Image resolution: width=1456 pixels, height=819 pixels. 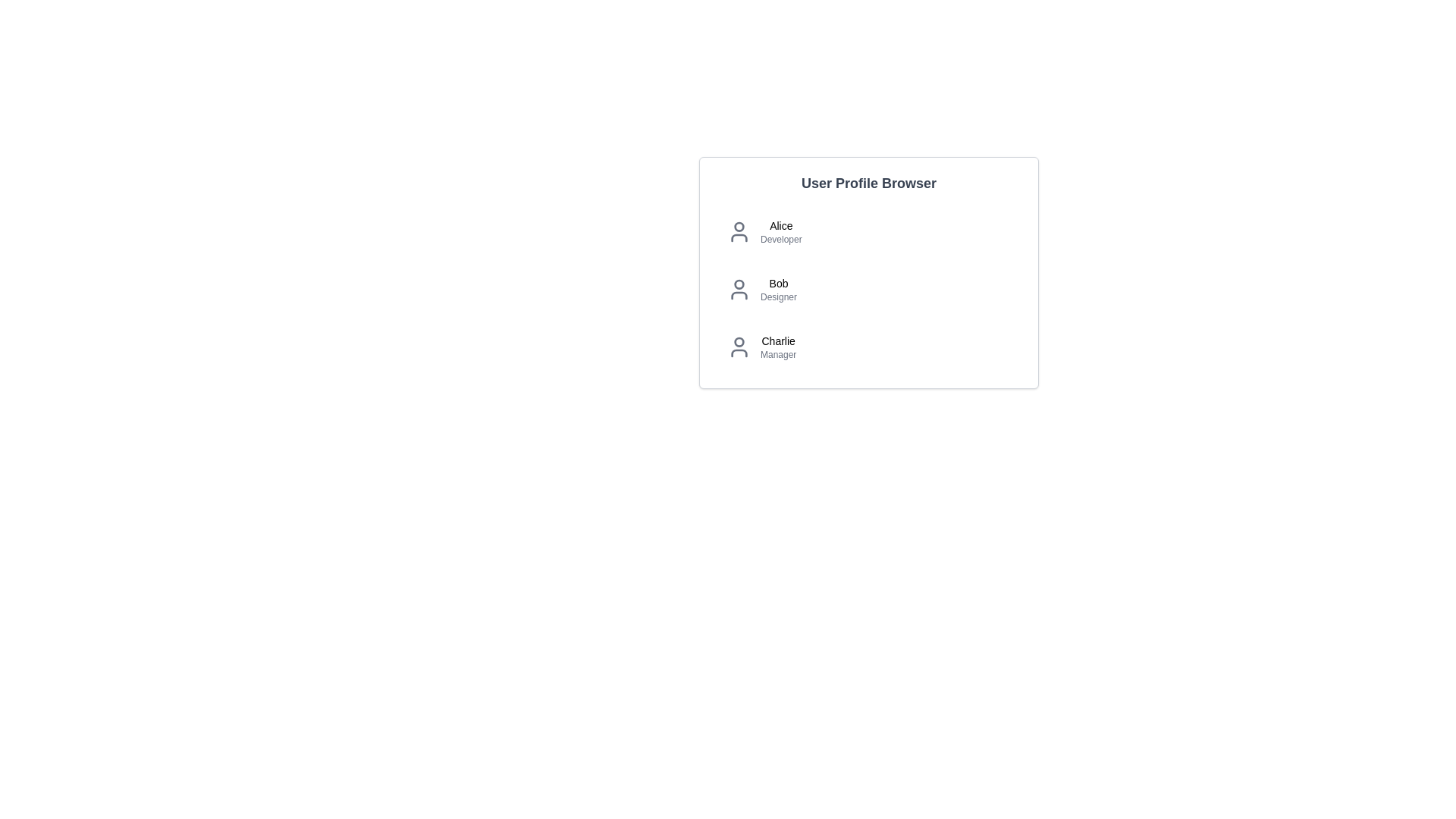 I want to click on the circular graphical component that represents the head of the user profile icon for Charlie, the third user in the profile browser, so click(x=739, y=342).